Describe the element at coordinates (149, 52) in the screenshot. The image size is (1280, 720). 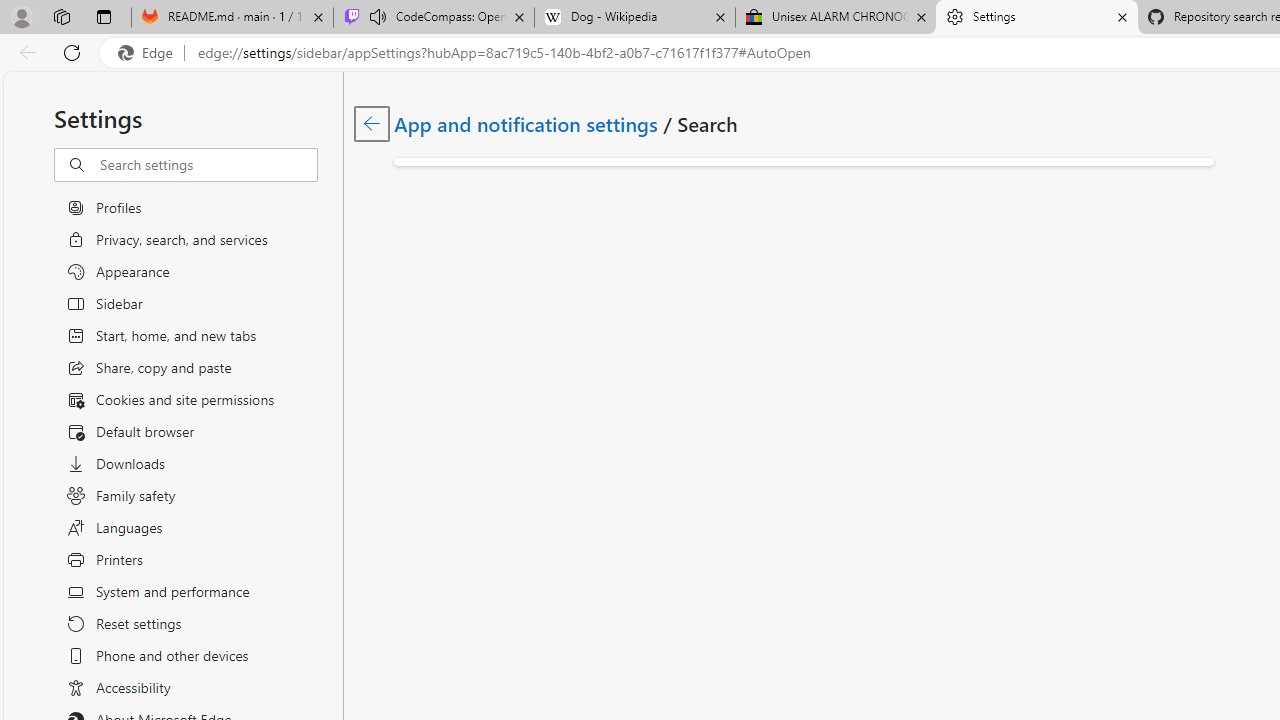
I see `'Edge'` at that location.